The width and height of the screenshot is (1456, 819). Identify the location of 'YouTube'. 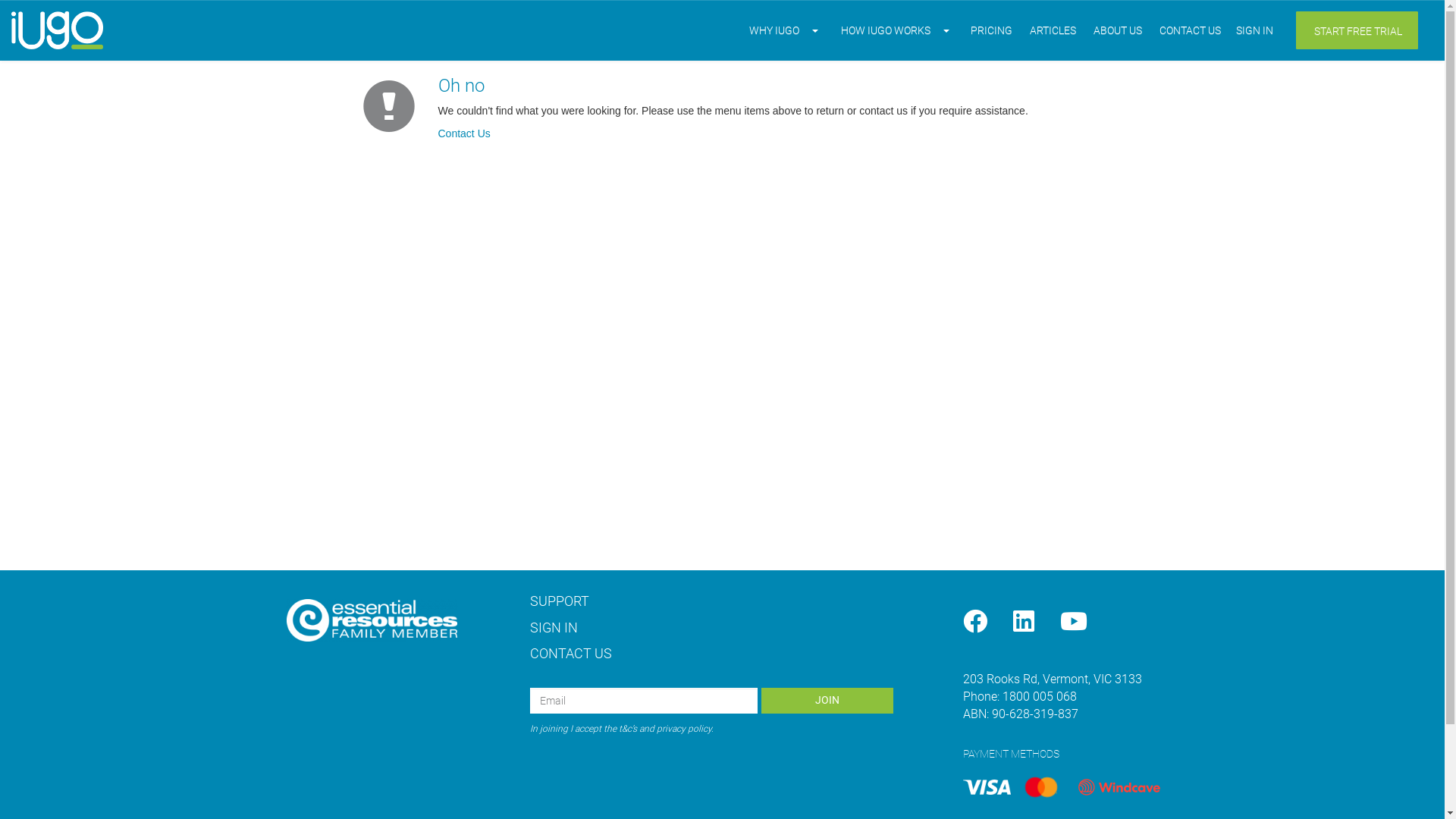
(1073, 622).